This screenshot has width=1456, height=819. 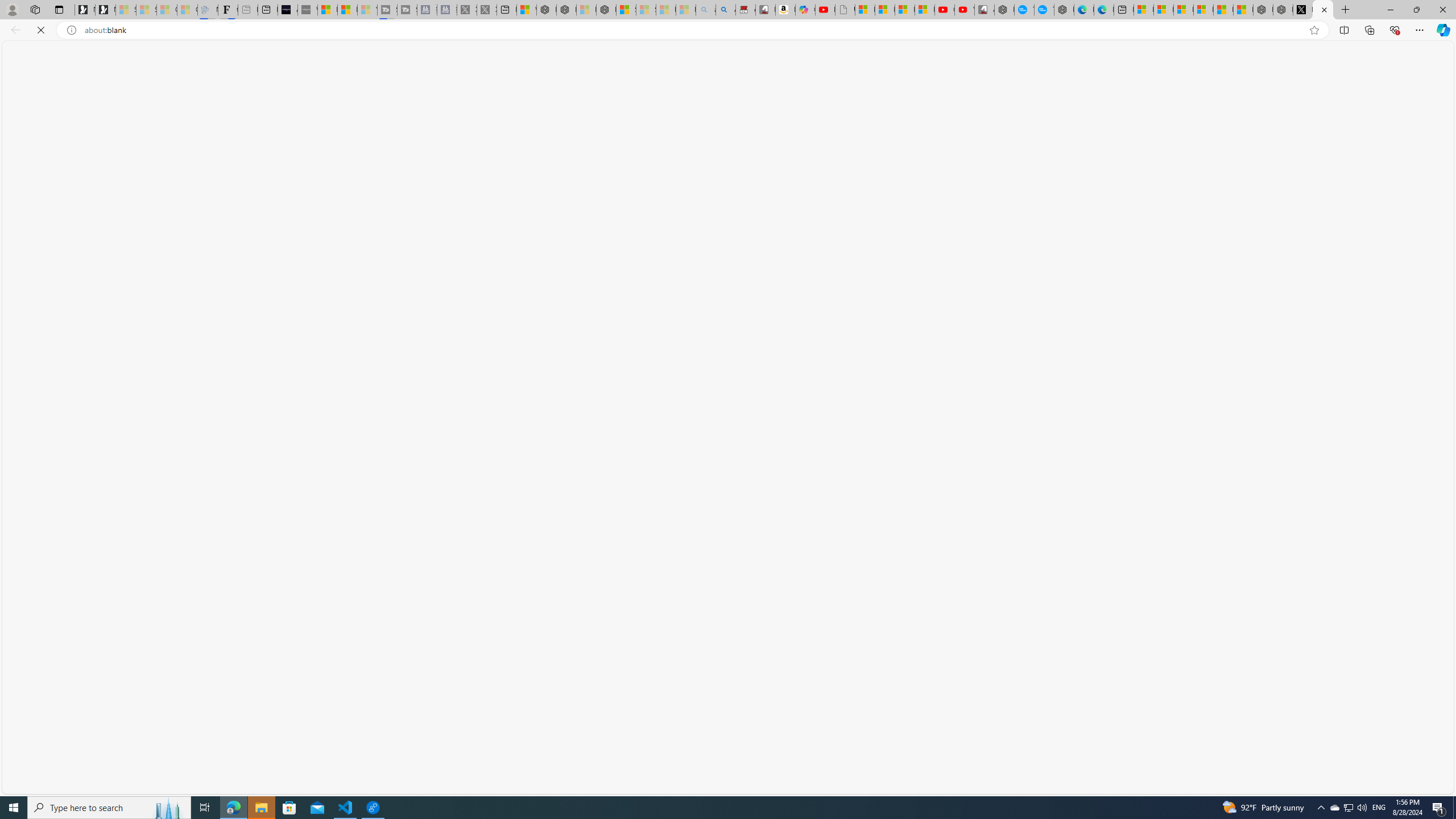 What do you see at coordinates (1004, 9) in the screenshot?
I see `'Nordace - My Account'` at bounding box center [1004, 9].